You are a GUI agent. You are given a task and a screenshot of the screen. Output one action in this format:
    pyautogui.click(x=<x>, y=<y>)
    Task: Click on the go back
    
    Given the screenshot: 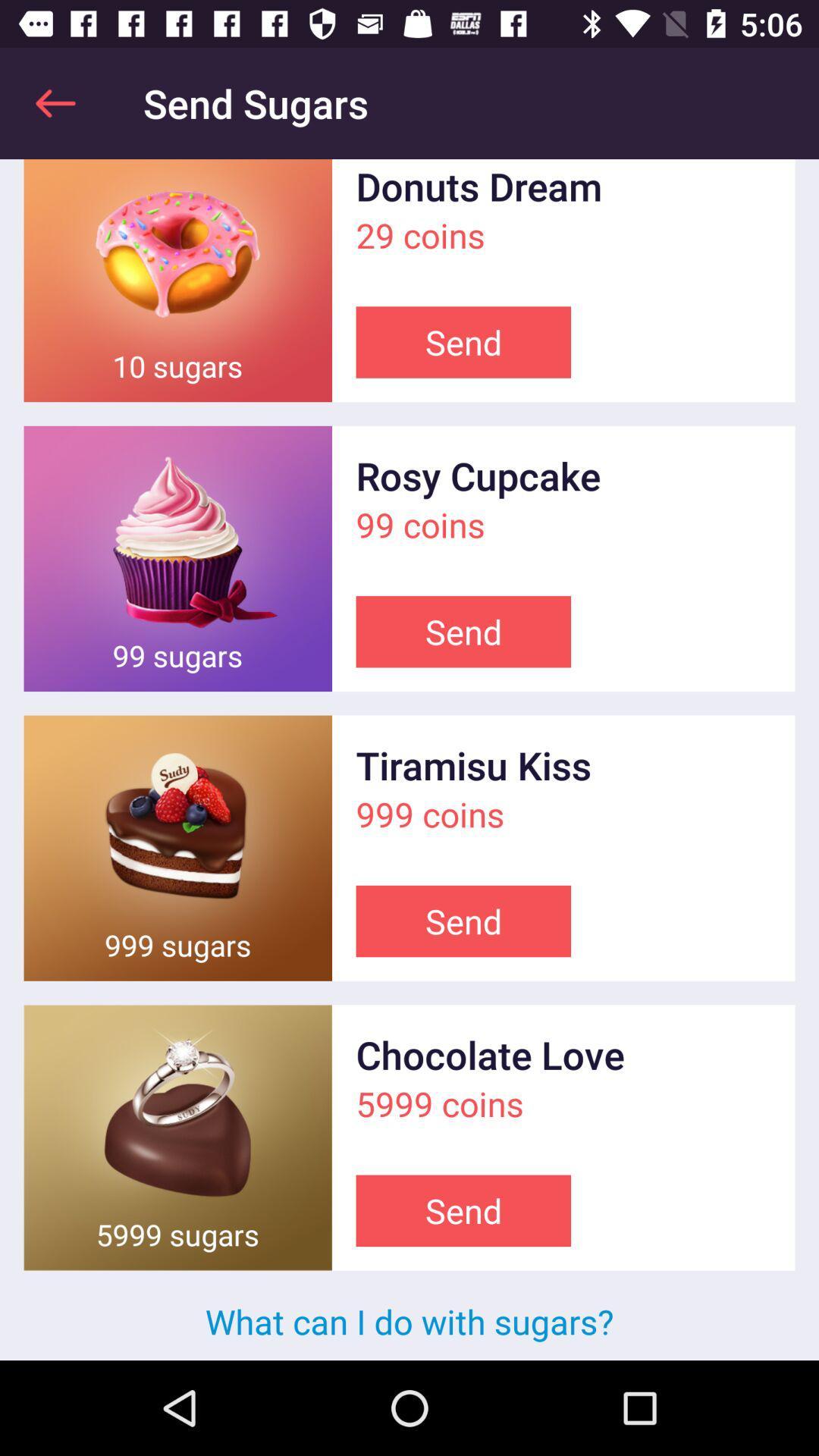 What is the action you would take?
    pyautogui.click(x=55, y=102)
    